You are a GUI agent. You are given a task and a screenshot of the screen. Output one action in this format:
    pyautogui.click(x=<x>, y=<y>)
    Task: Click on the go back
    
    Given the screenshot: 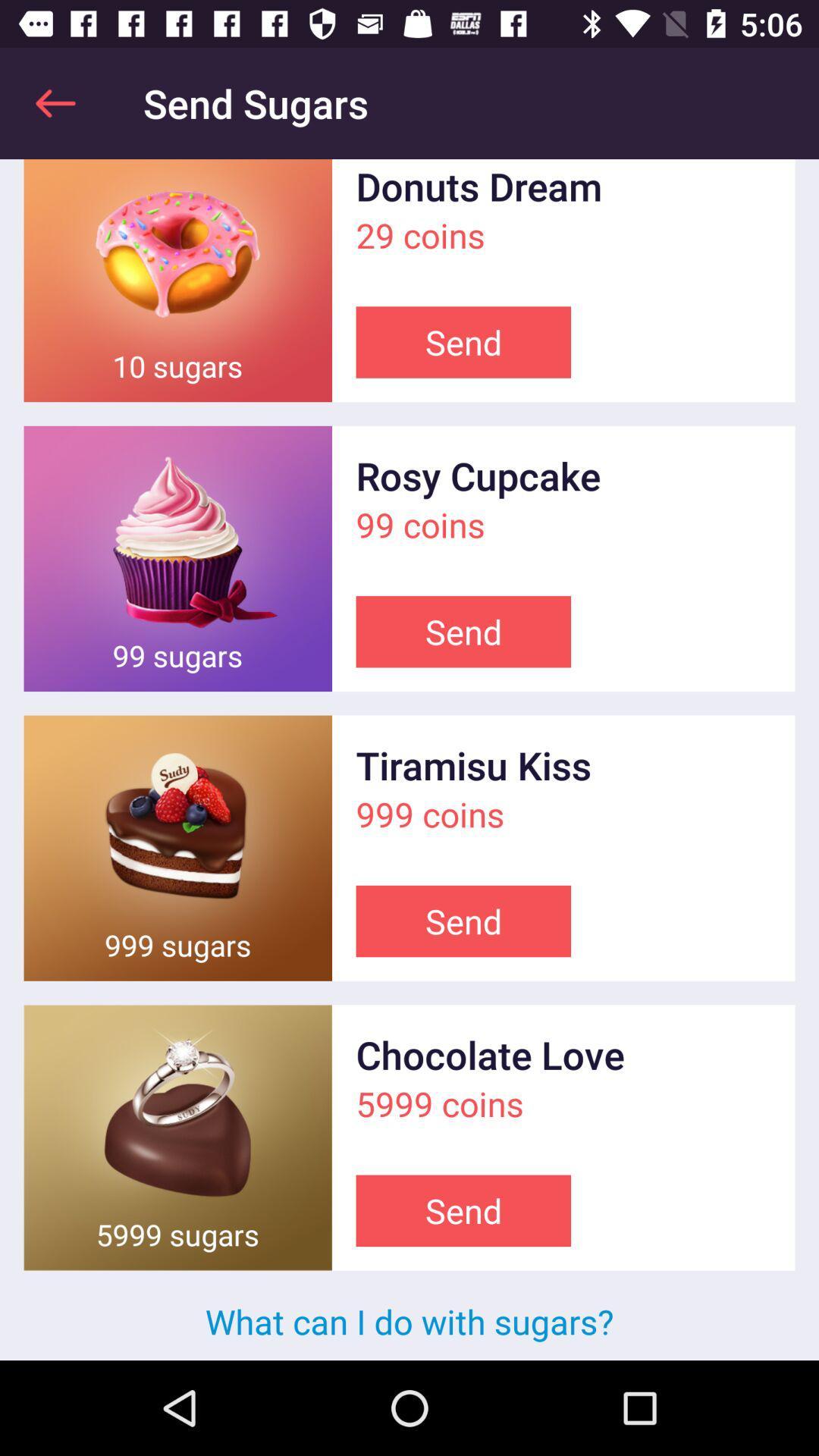 What is the action you would take?
    pyautogui.click(x=55, y=102)
    